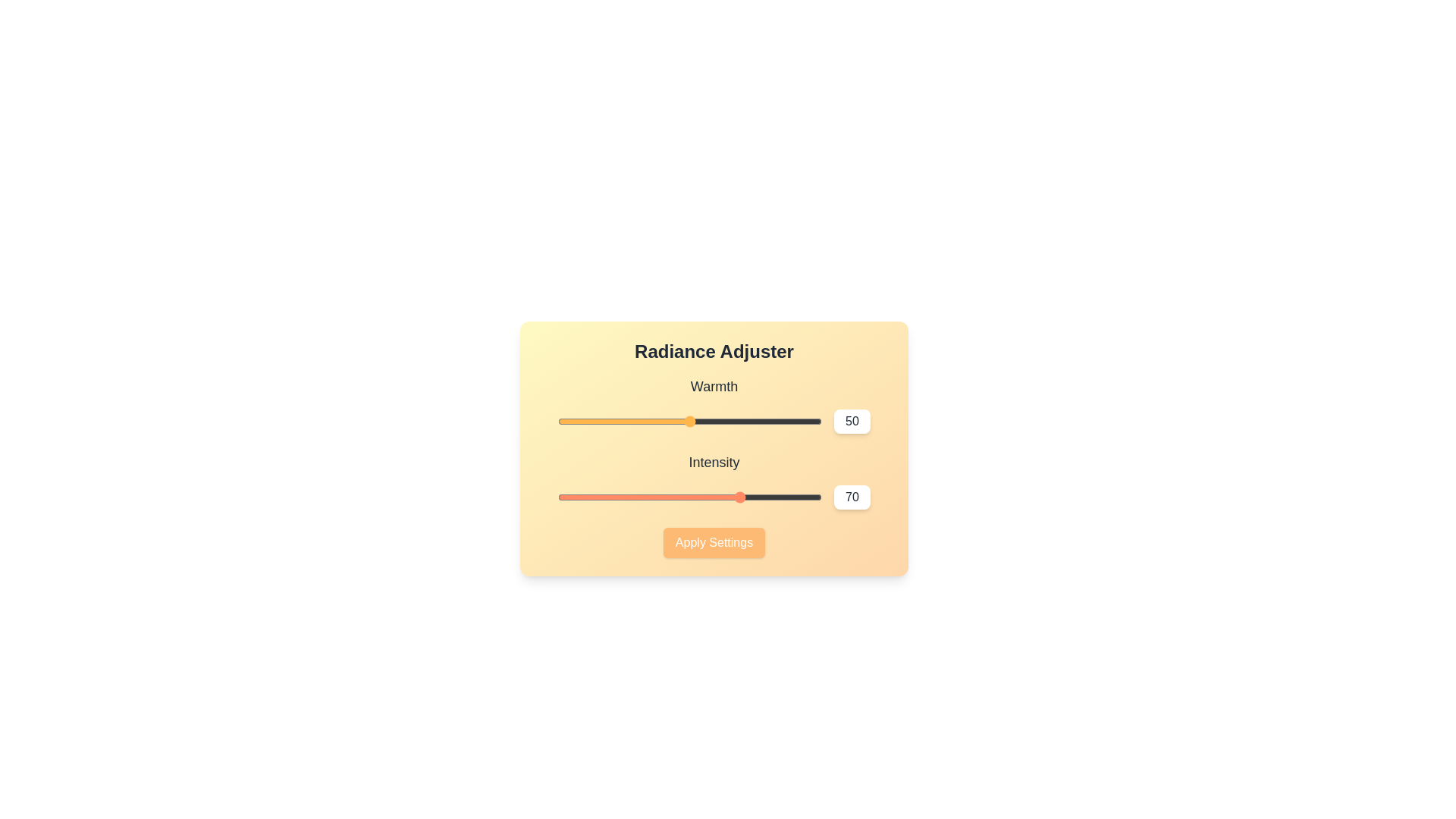 The height and width of the screenshot is (819, 1456). I want to click on the 'Intensity' slider to 54 value, so click(699, 497).